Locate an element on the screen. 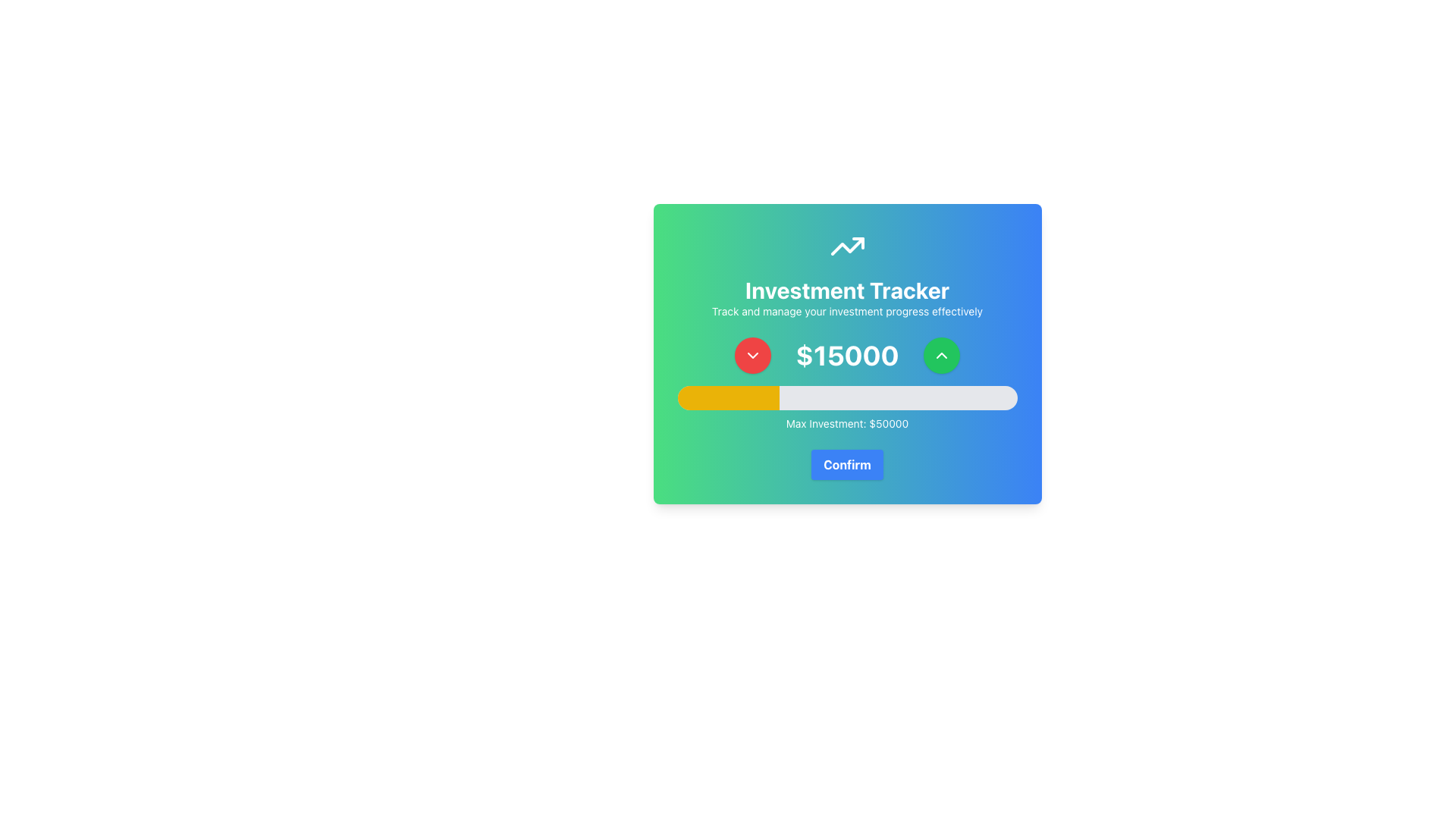 The width and height of the screenshot is (1456, 819). the confirmation button located at the bottom of the investment tracking panel, below the 'Max Investment: $50000' progress bar, to confirm the inputs is located at coordinates (846, 464).